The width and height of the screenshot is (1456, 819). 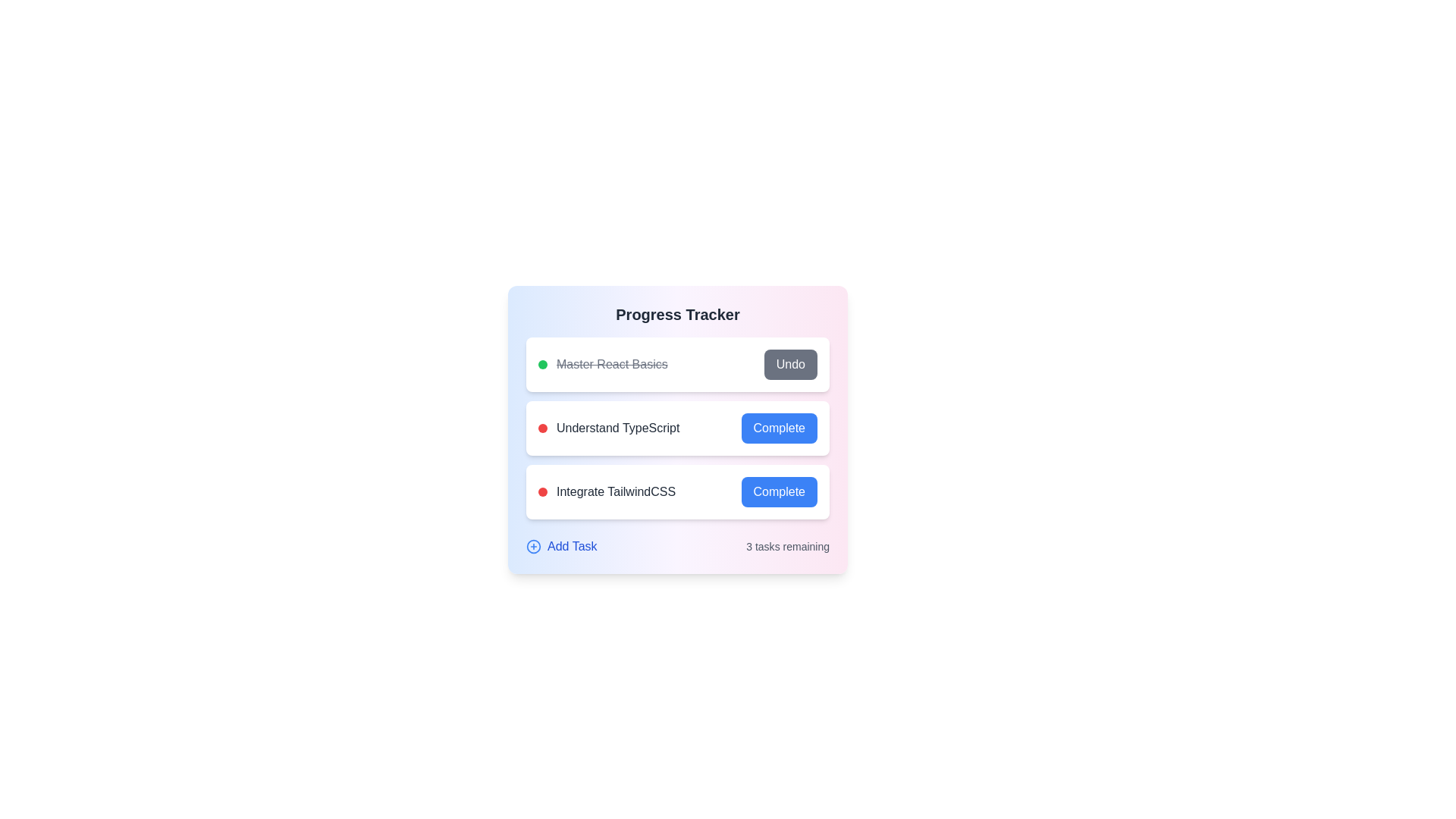 I want to click on the button that marks the task 'Integrate TailwindCSS' as complete, located in the third task section of the progress tracker, so click(x=779, y=491).